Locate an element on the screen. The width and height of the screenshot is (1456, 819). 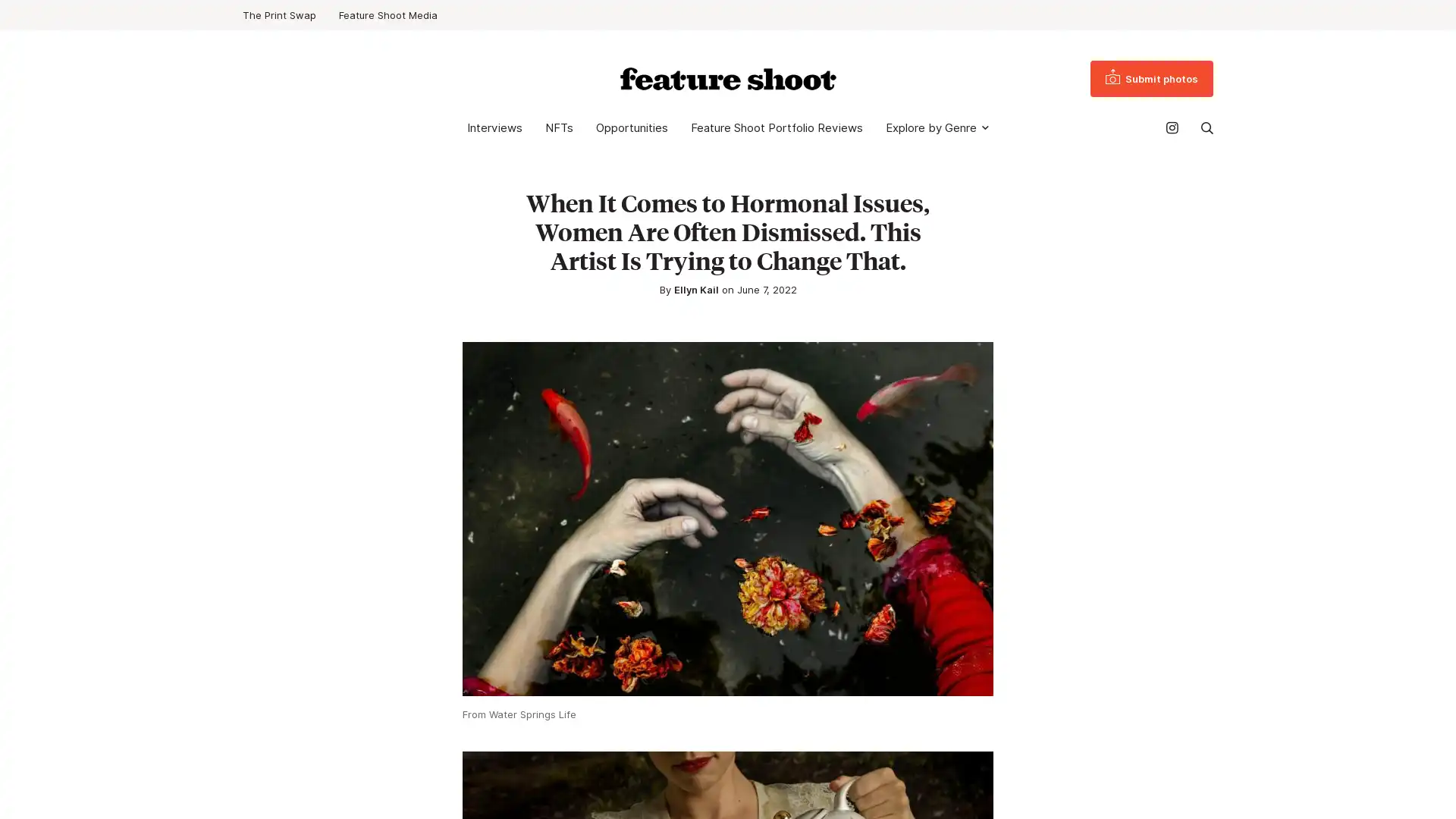
Search is located at coordinates (1207, 127).